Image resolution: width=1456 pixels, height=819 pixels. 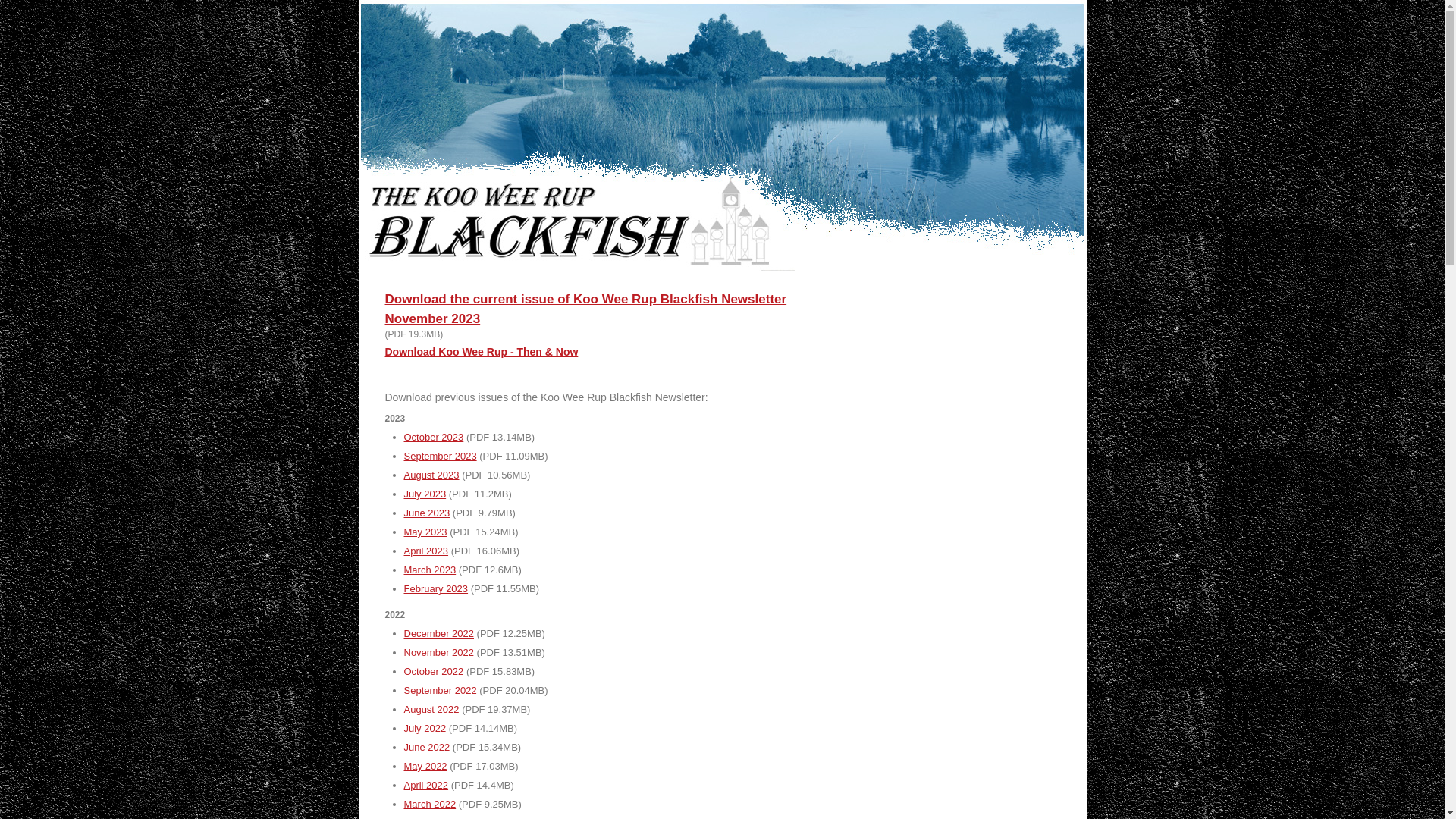 I want to click on 'November 2022', so click(x=438, y=651).